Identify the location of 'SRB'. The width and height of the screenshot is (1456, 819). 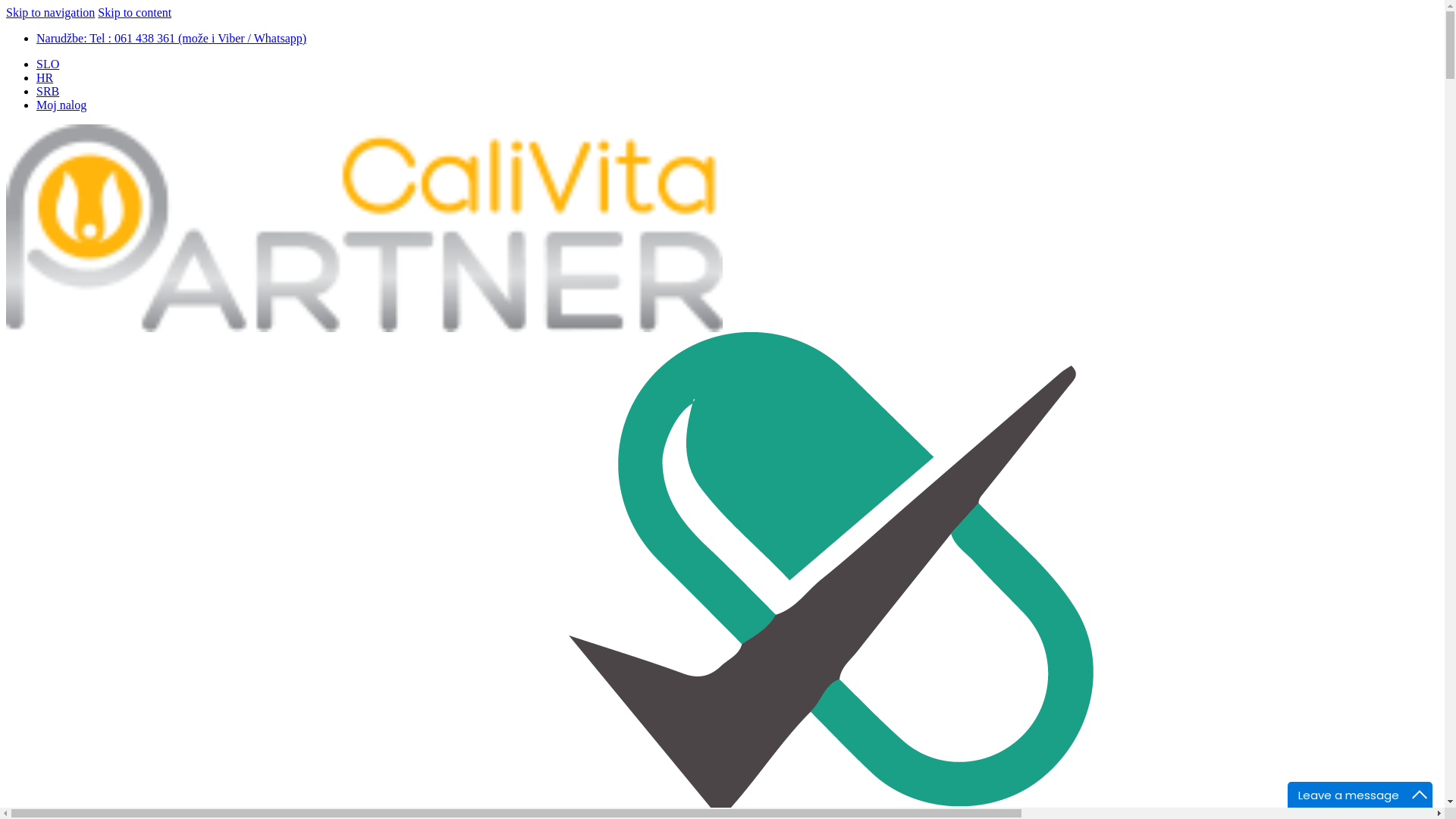
(47, 91).